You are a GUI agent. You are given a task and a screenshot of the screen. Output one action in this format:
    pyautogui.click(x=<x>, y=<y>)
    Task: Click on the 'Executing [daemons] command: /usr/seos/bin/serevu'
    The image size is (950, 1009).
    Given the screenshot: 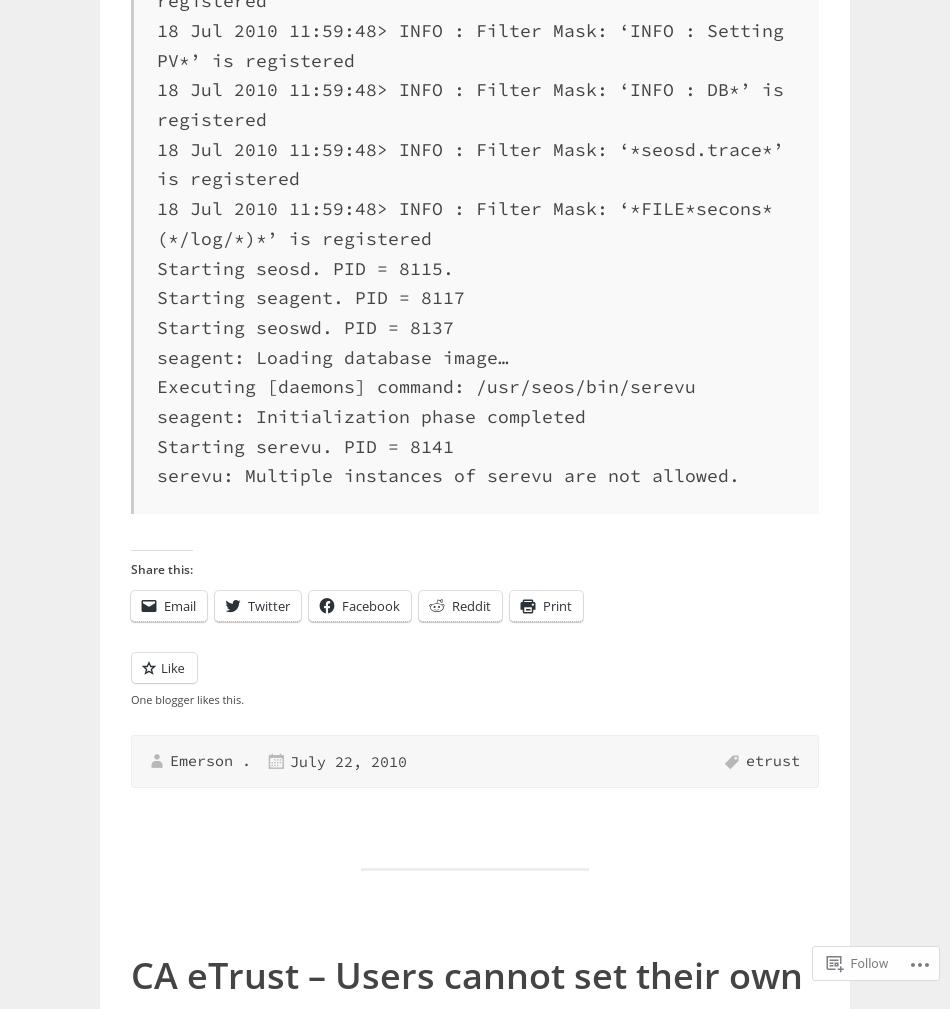 What is the action you would take?
    pyautogui.click(x=425, y=385)
    